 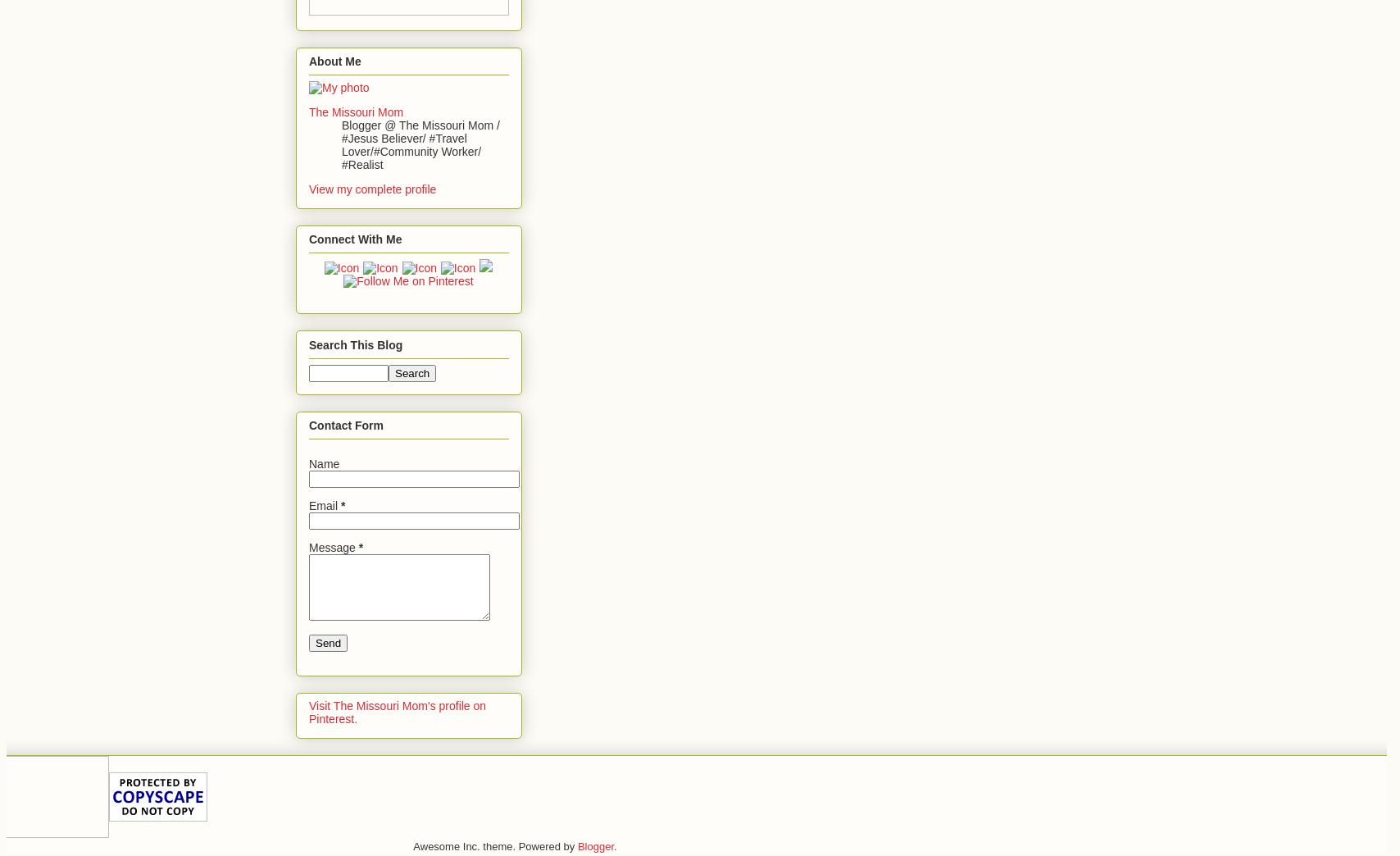 What do you see at coordinates (341, 143) in the screenshot?
I see `'Blogger @ The Missouri Mom / #Jesus Believer/ #Travel Lover/#Community Worker/ #Realist'` at bounding box center [341, 143].